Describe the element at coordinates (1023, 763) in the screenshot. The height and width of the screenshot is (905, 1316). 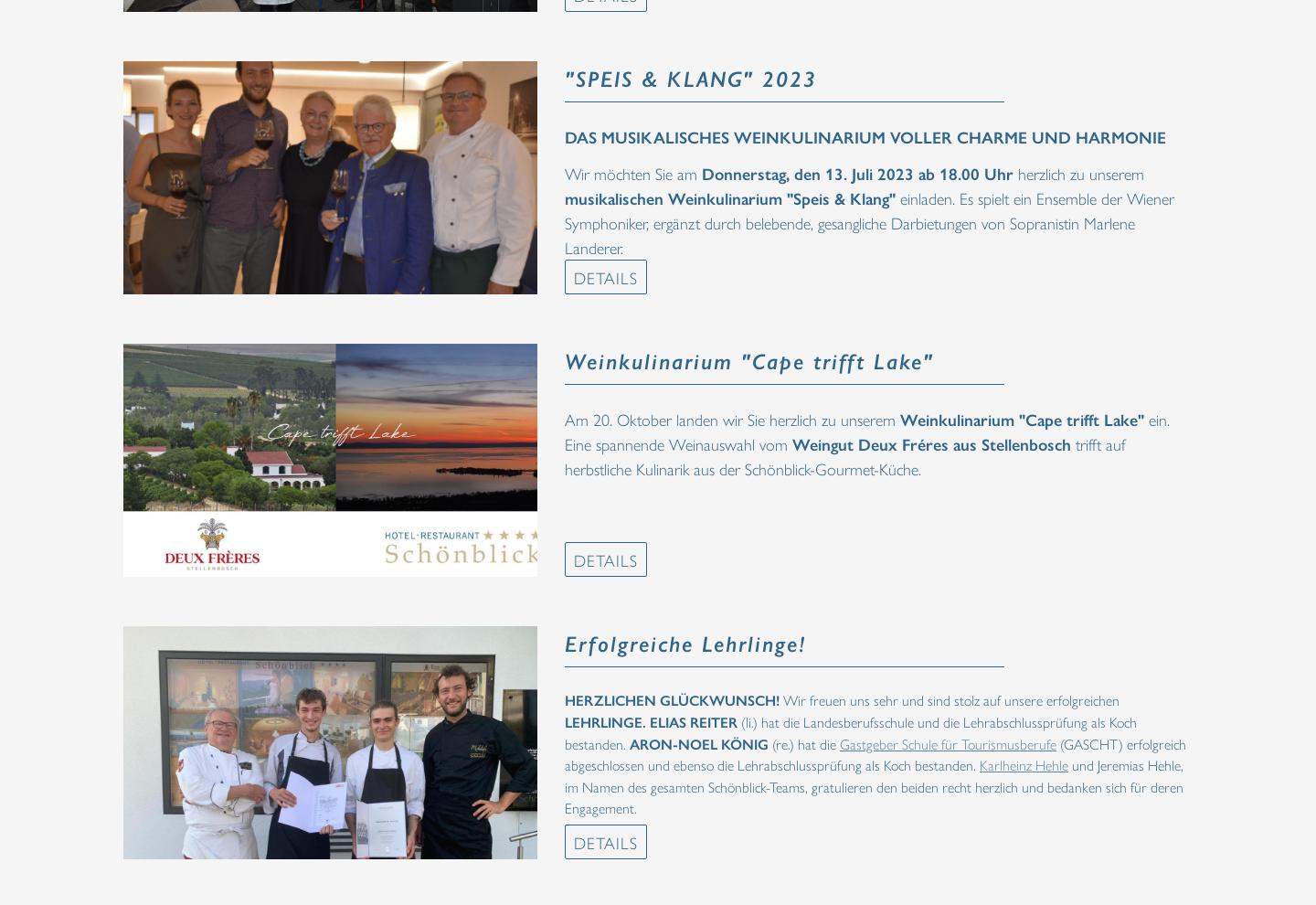
I see `'Karlheinz Hehle'` at that location.